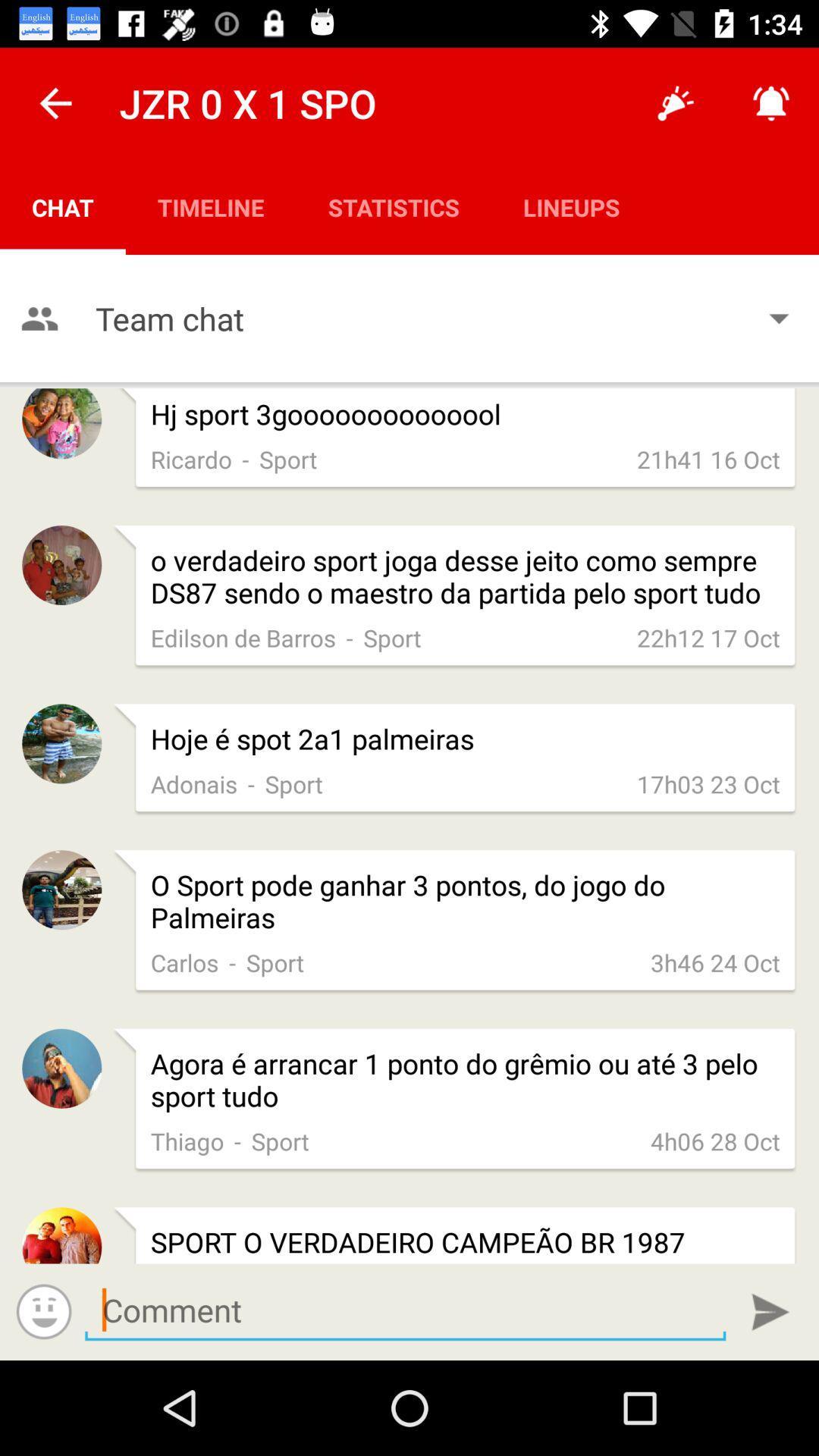  Describe the element at coordinates (770, 1311) in the screenshot. I see `comment` at that location.